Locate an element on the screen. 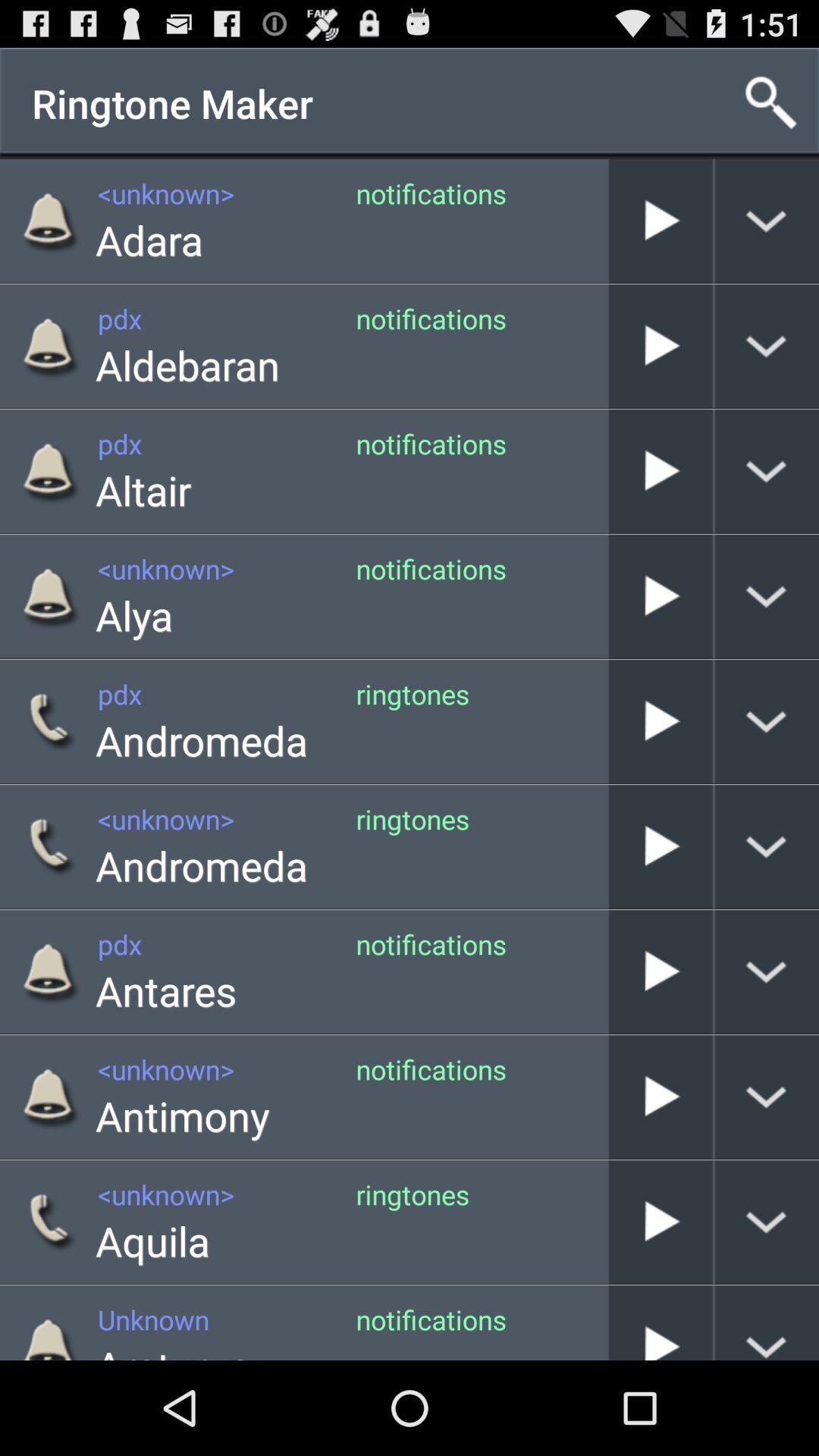 This screenshot has height=1456, width=819. right of third play button is located at coordinates (767, 471).